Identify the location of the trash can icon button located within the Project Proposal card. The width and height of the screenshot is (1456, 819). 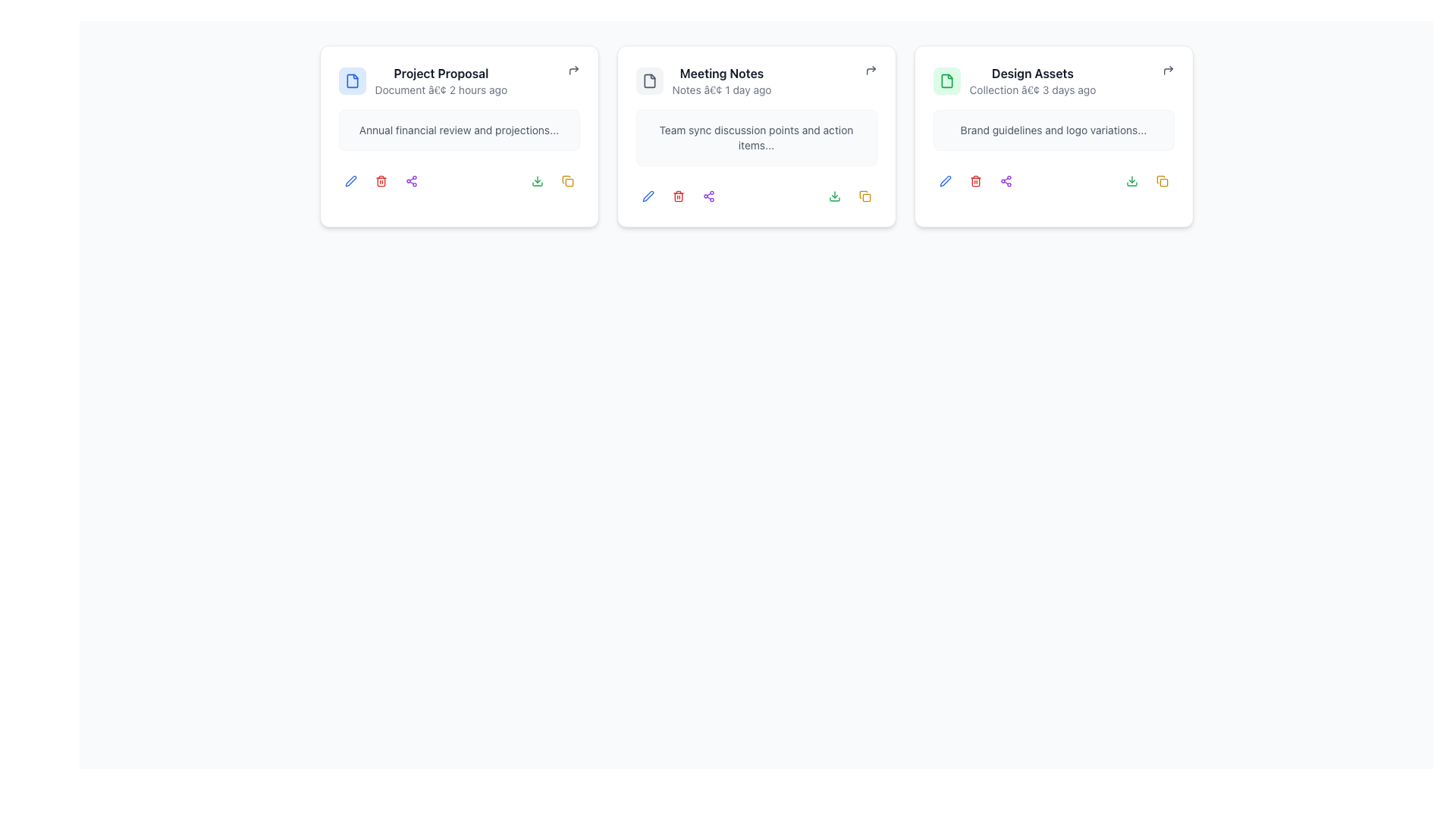
(381, 180).